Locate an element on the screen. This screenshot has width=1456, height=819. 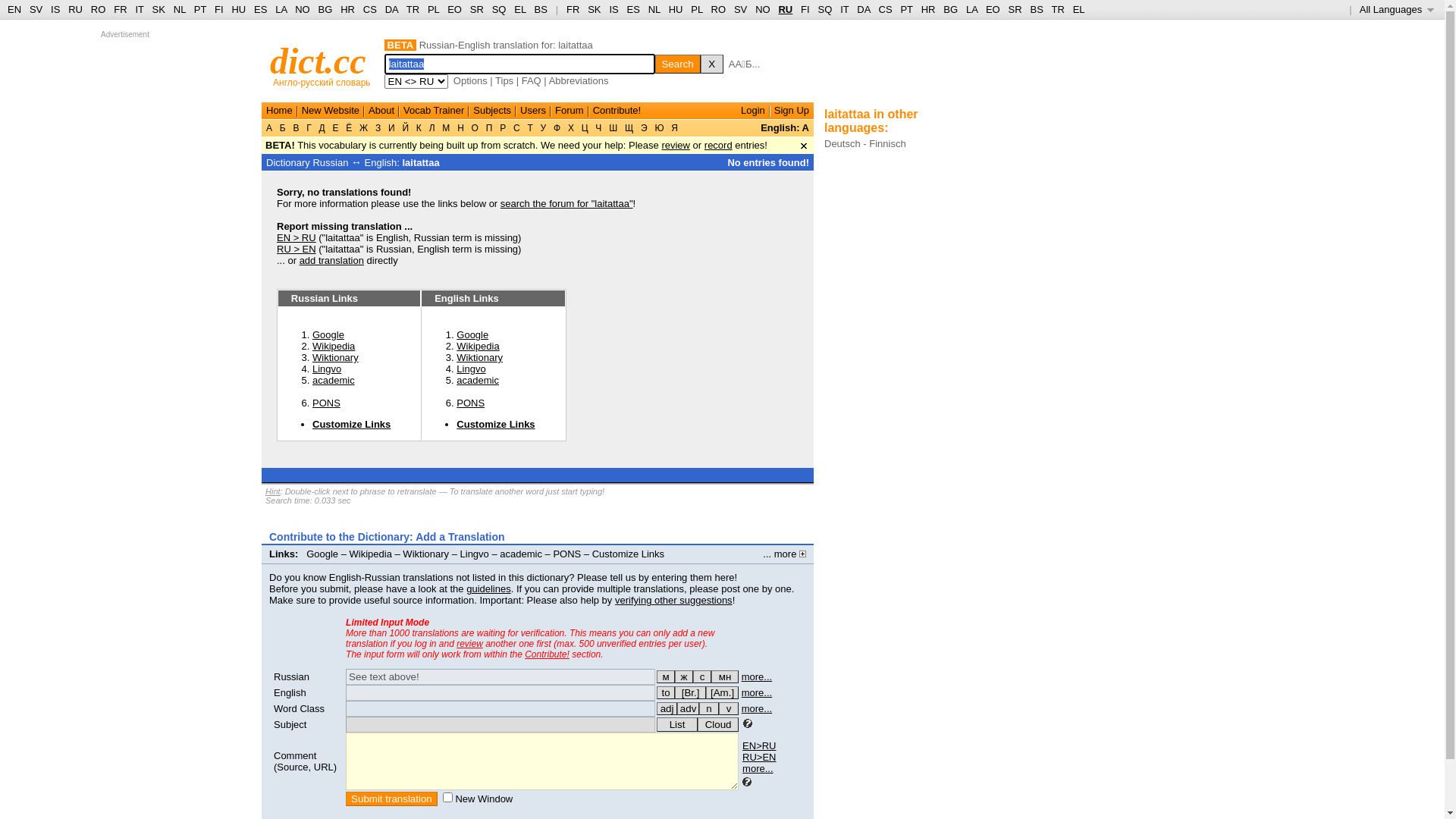
'RU' is located at coordinates (785, 9).